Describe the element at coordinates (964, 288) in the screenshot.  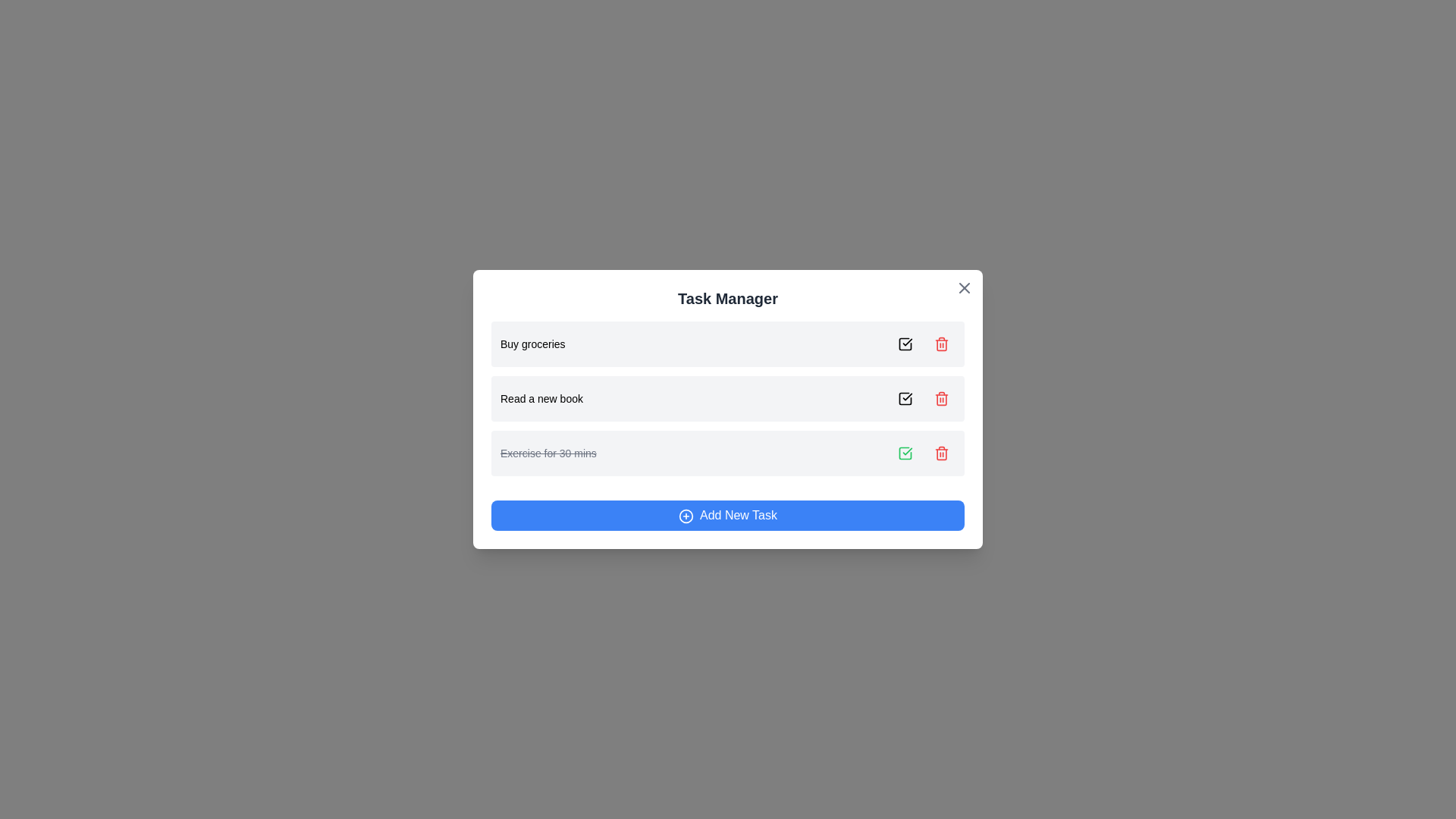
I see `the close button located in the top-right corner of the 'Task Manager' dialog box` at that location.